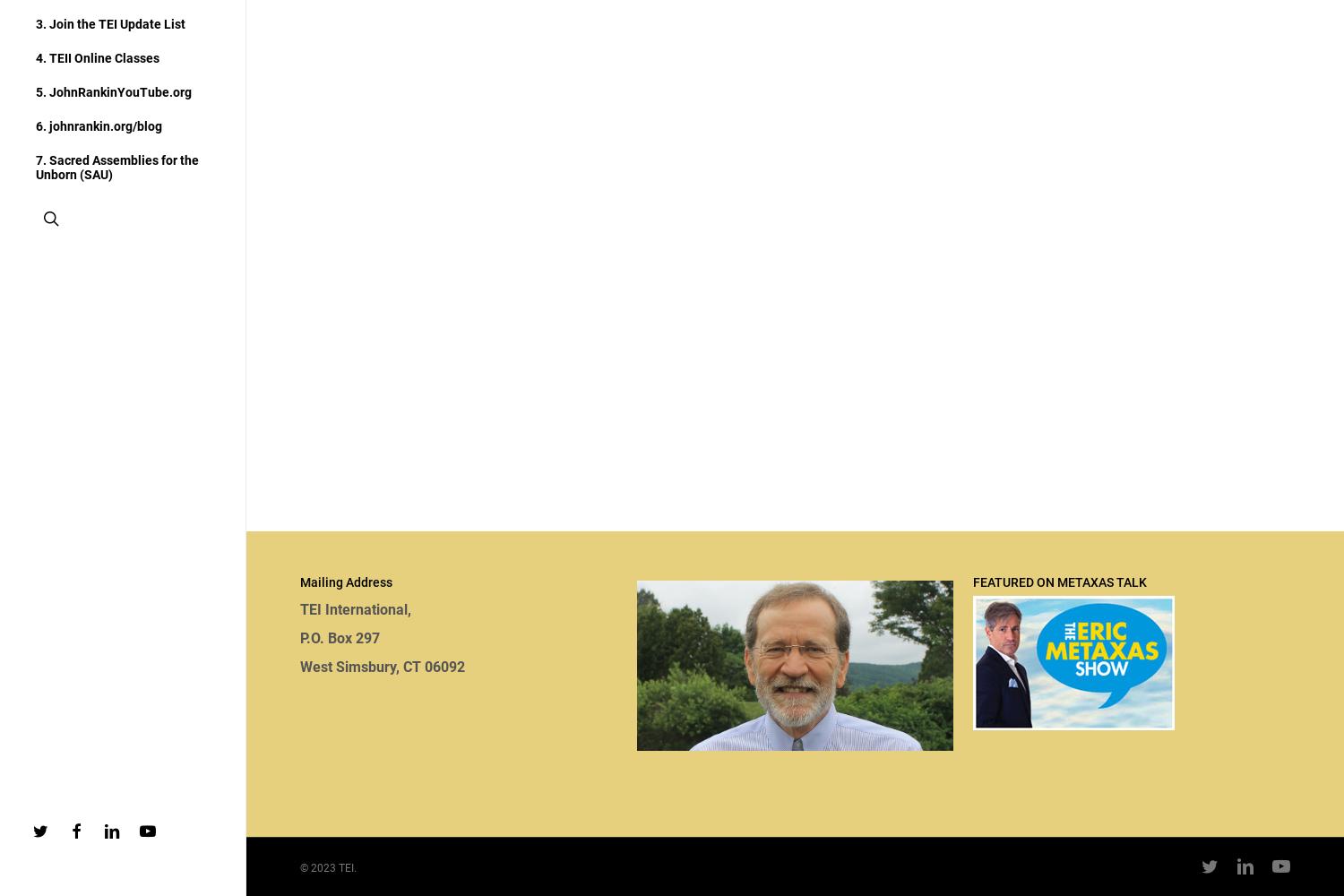 The width and height of the screenshot is (1344, 896). Describe the element at coordinates (116, 168) in the screenshot. I see `'7. Sacred Assemblies for the Unborn (SAU)'` at that location.